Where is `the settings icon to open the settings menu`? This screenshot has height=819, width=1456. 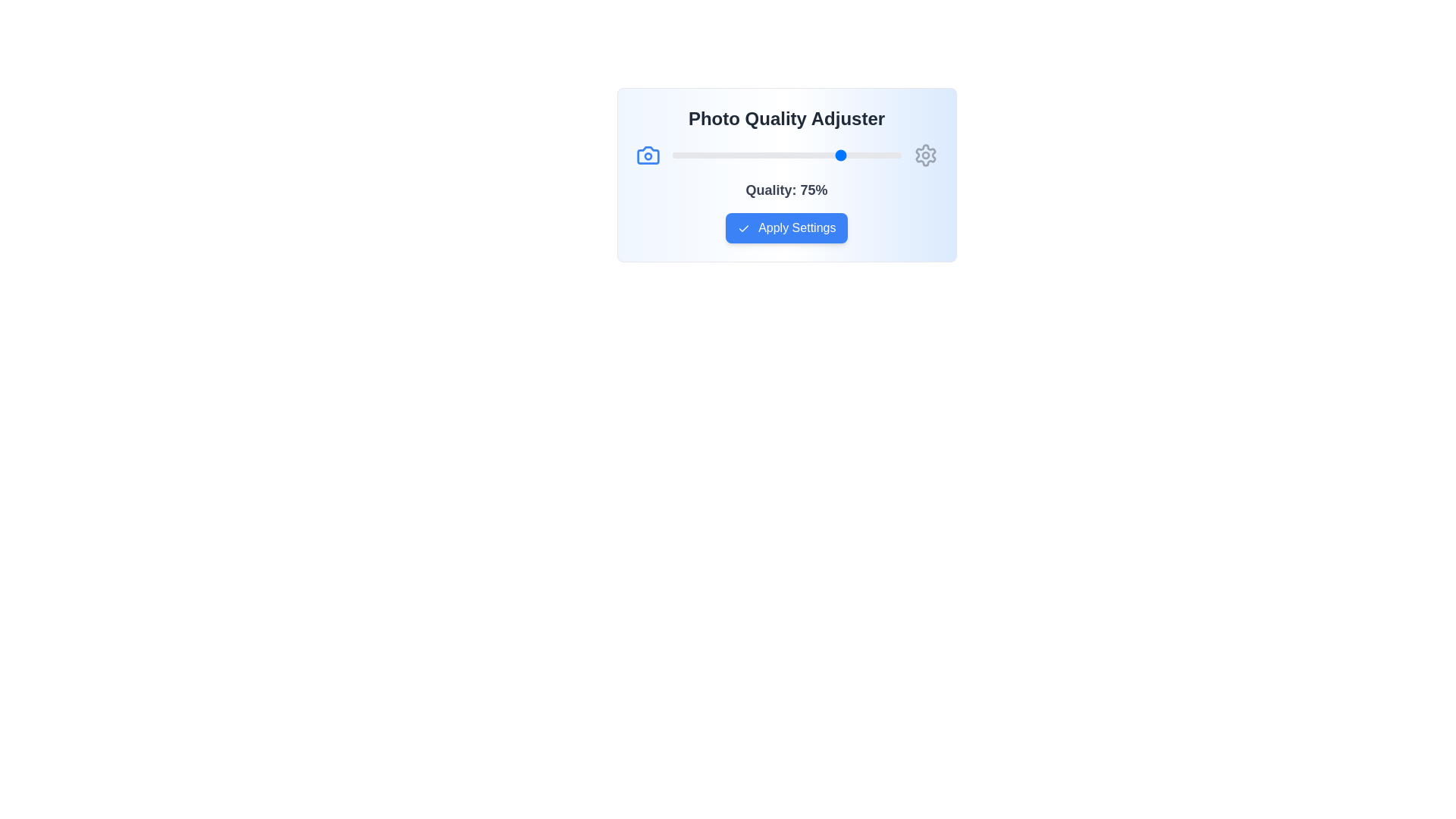
the settings icon to open the settings menu is located at coordinates (924, 155).